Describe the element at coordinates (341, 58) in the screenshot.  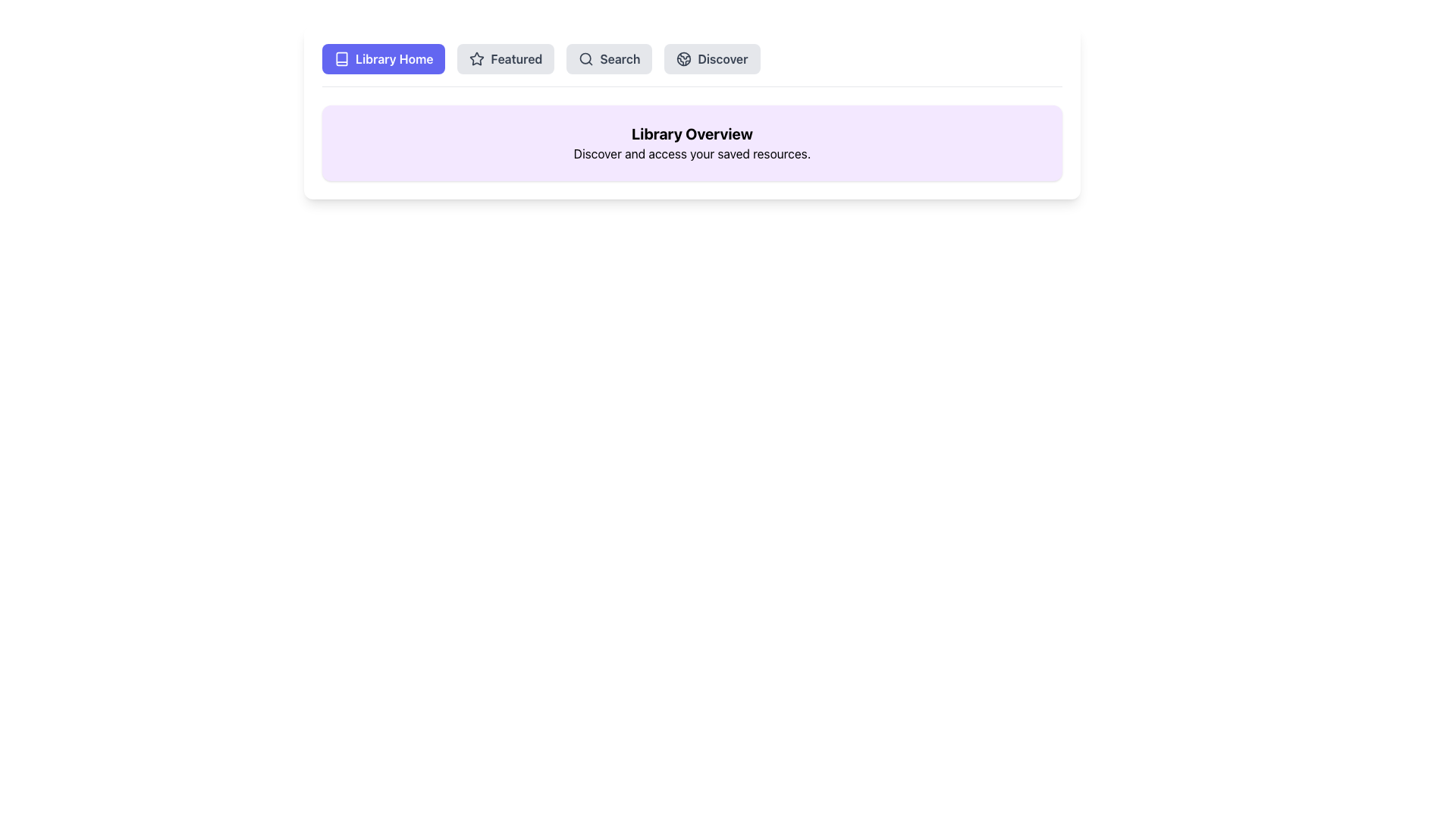
I see `the book icon located in the header section of the application interface, positioned to the left of the 'Library Home' text label` at that location.